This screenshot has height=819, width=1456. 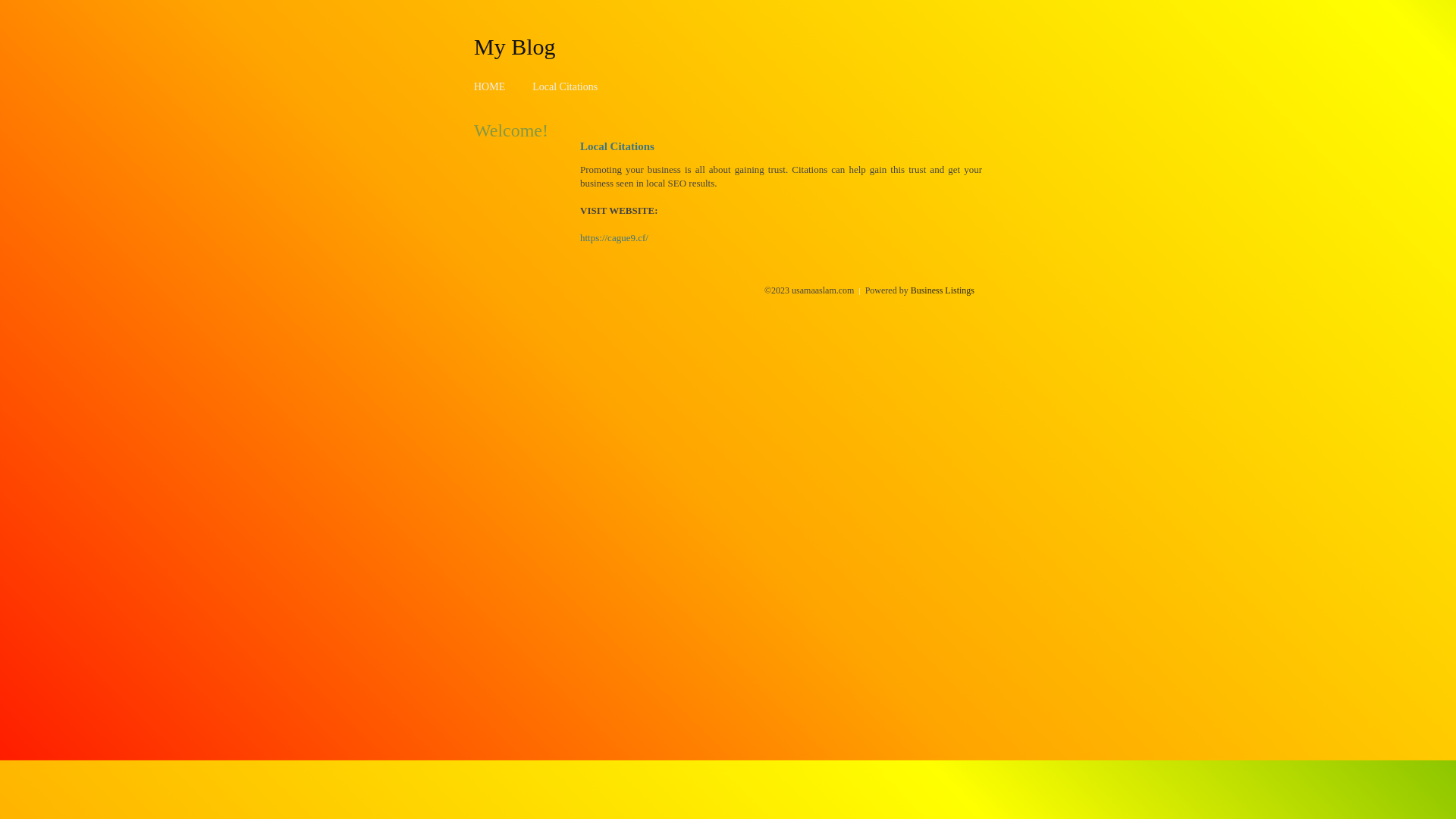 I want to click on 'HOME', so click(x=489, y=86).